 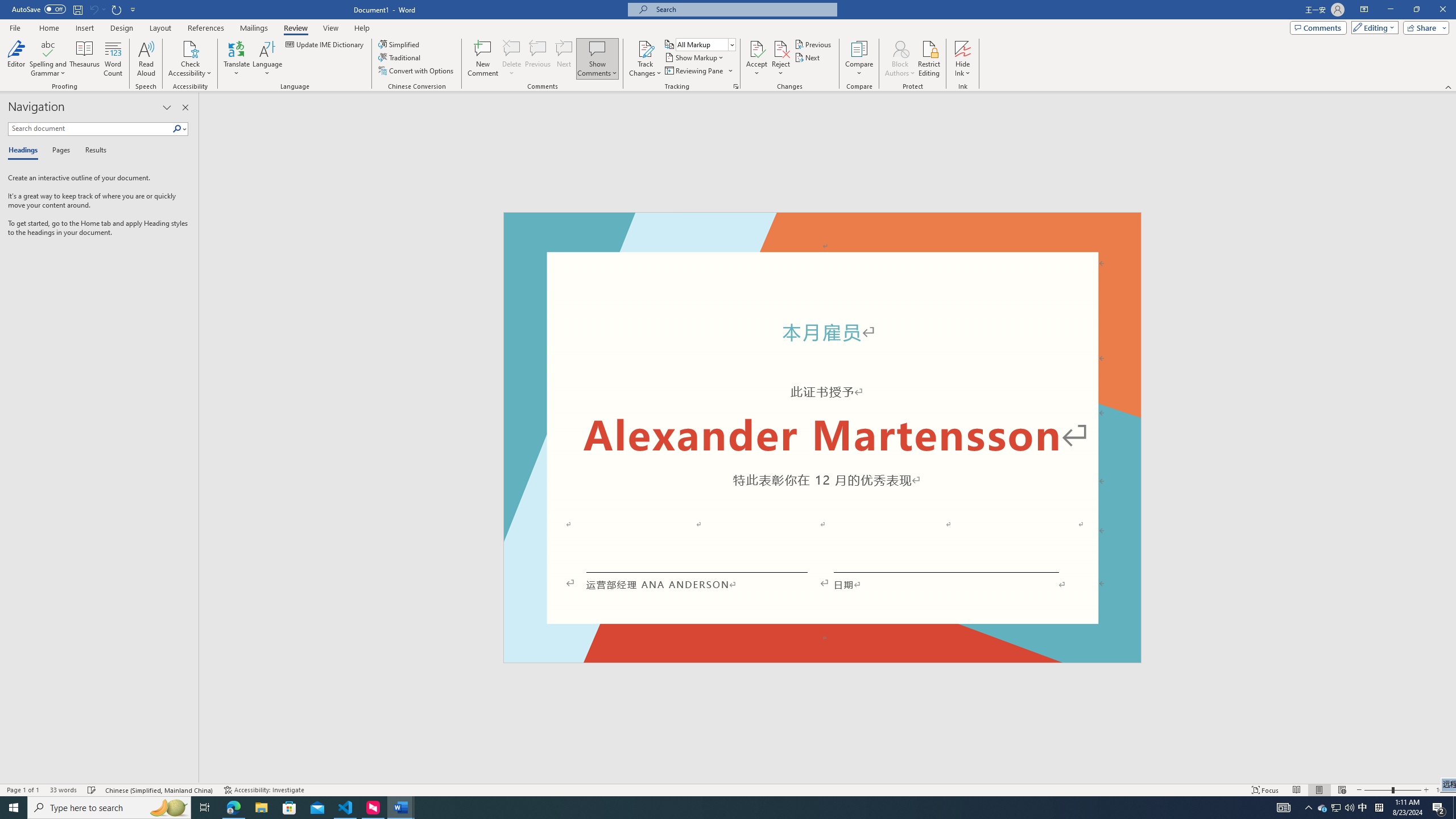 What do you see at coordinates (1416, 9) in the screenshot?
I see `'Restore Down'` at bounding box center [1416, 9].